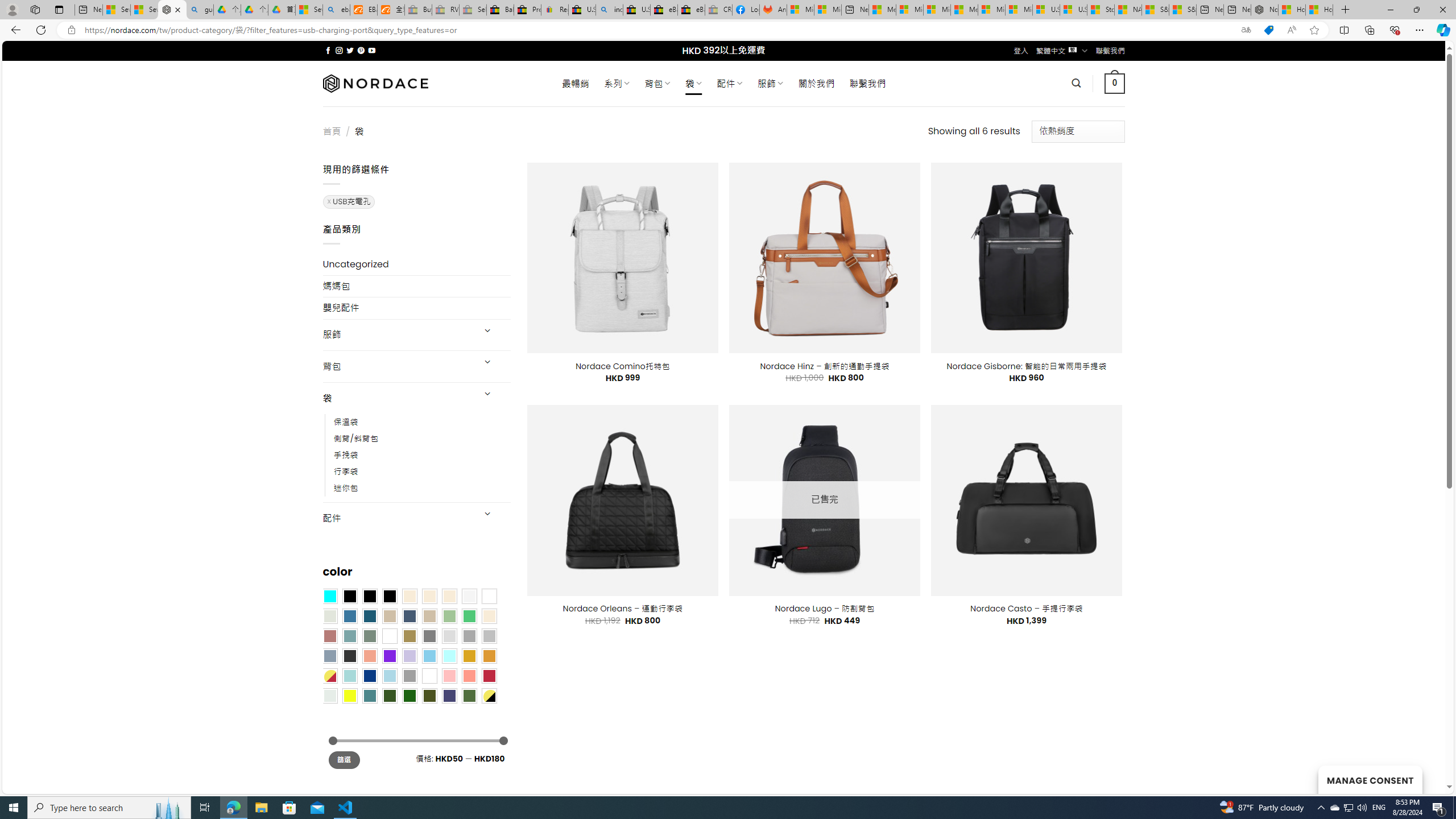 This screenshot has width=1456, height=819. I want to click on 'guge yunpan - Search', so click(200, 9).